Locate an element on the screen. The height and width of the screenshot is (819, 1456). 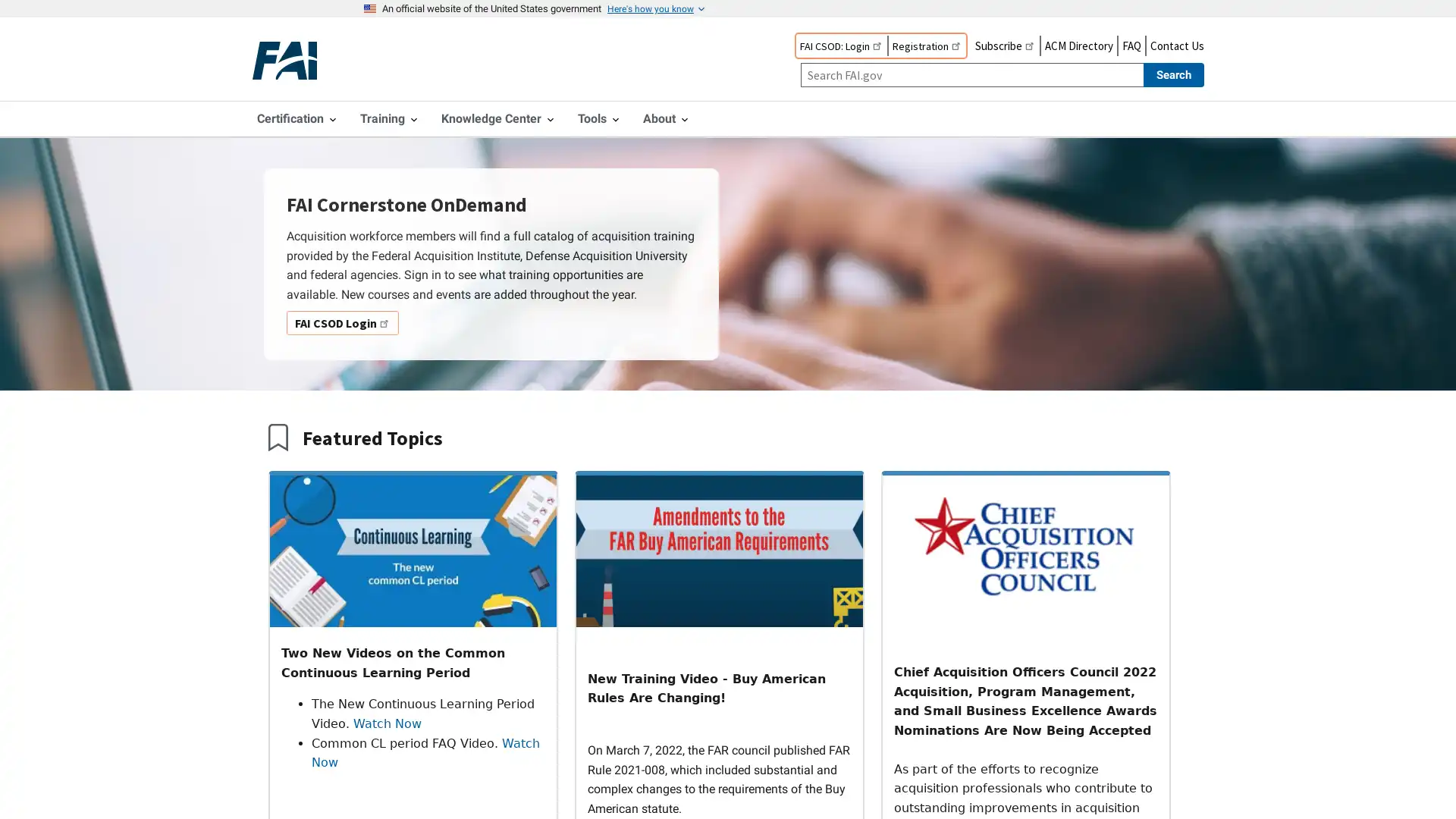
Knowledge Center is located at coordinates (496, 118).